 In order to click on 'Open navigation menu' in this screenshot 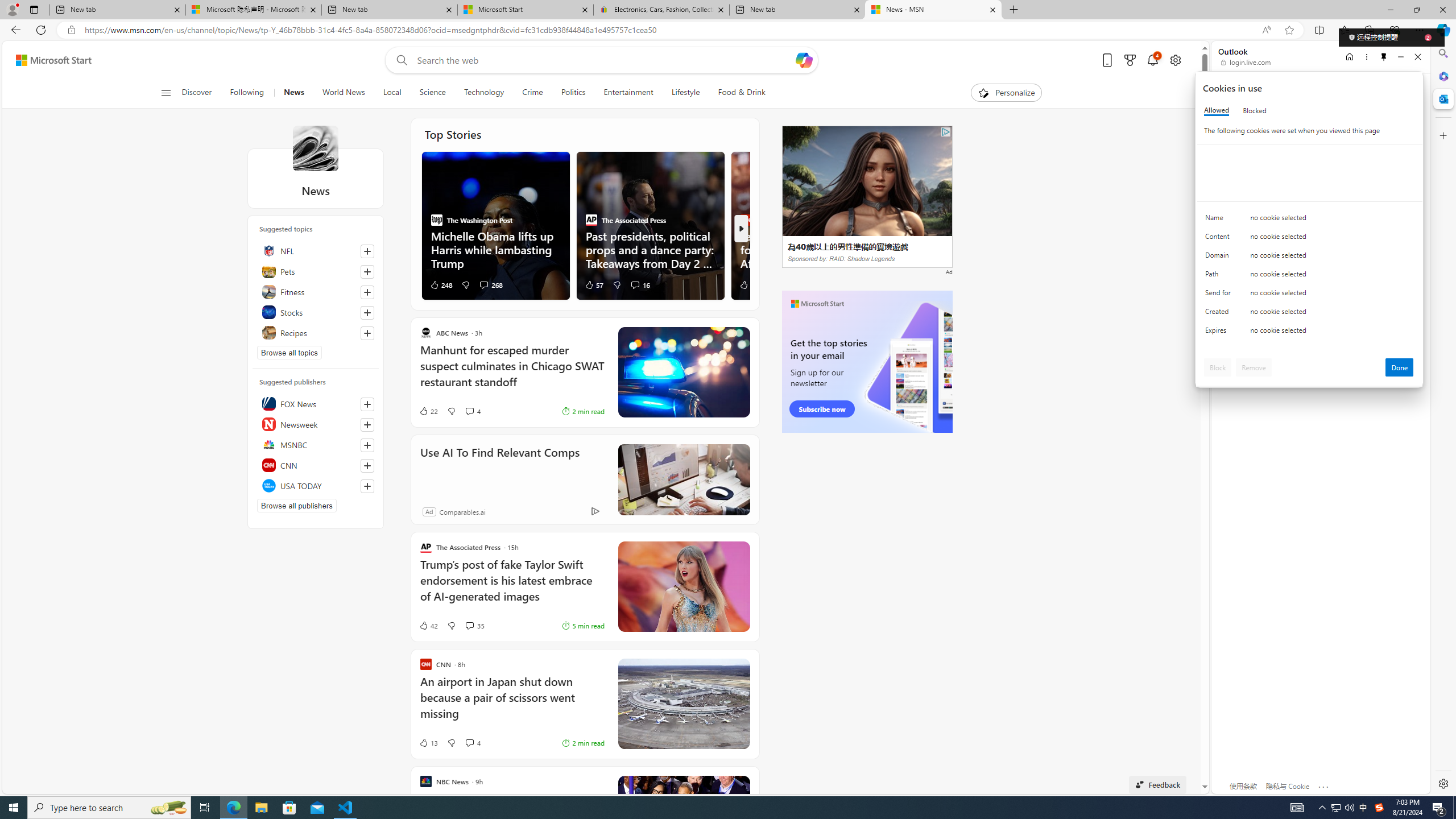, I will do `click(164, 92)`.